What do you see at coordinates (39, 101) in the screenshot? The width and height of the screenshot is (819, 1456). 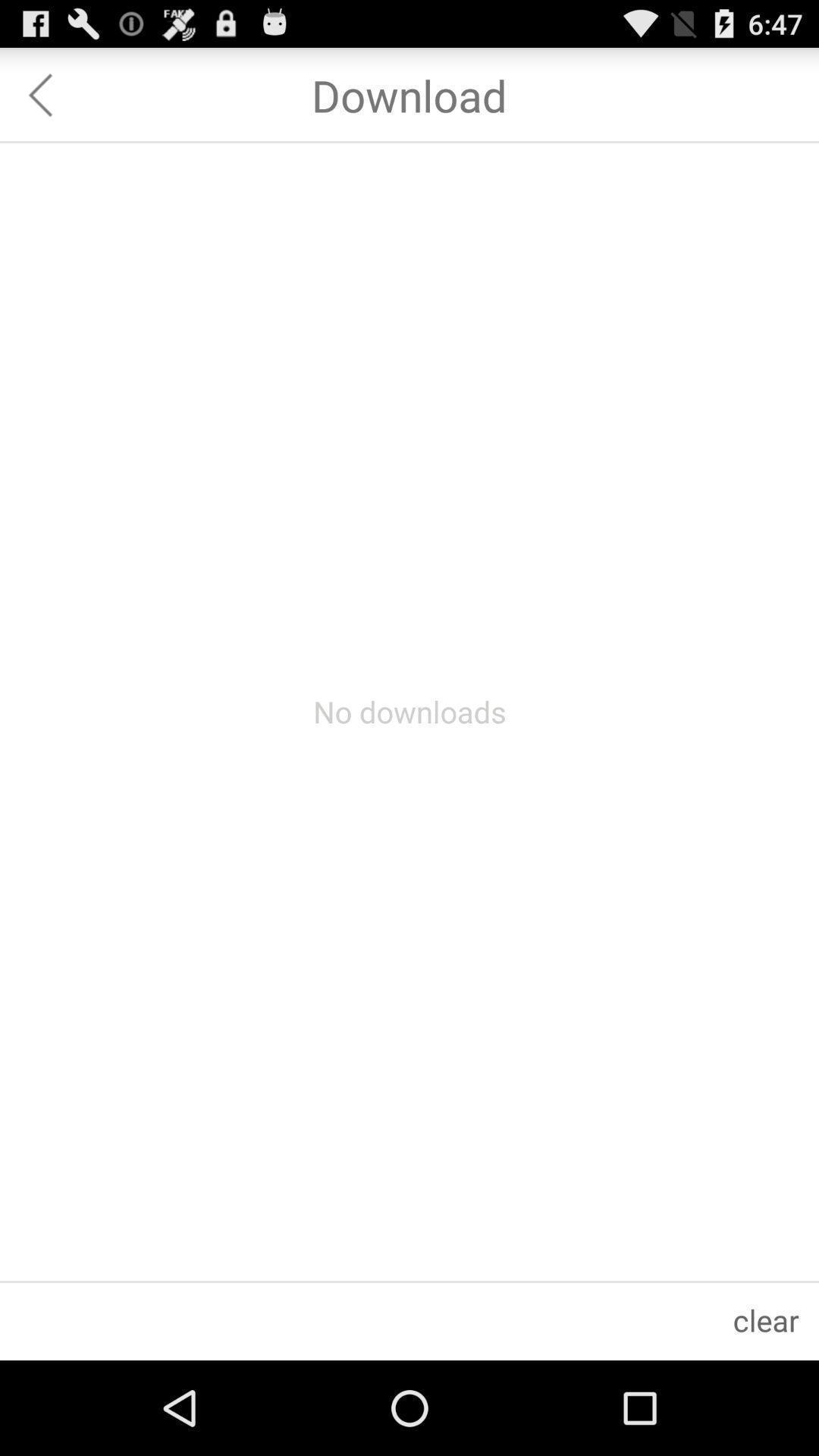 I see `the arrow_backward icon` at bounding box center [39, 101].